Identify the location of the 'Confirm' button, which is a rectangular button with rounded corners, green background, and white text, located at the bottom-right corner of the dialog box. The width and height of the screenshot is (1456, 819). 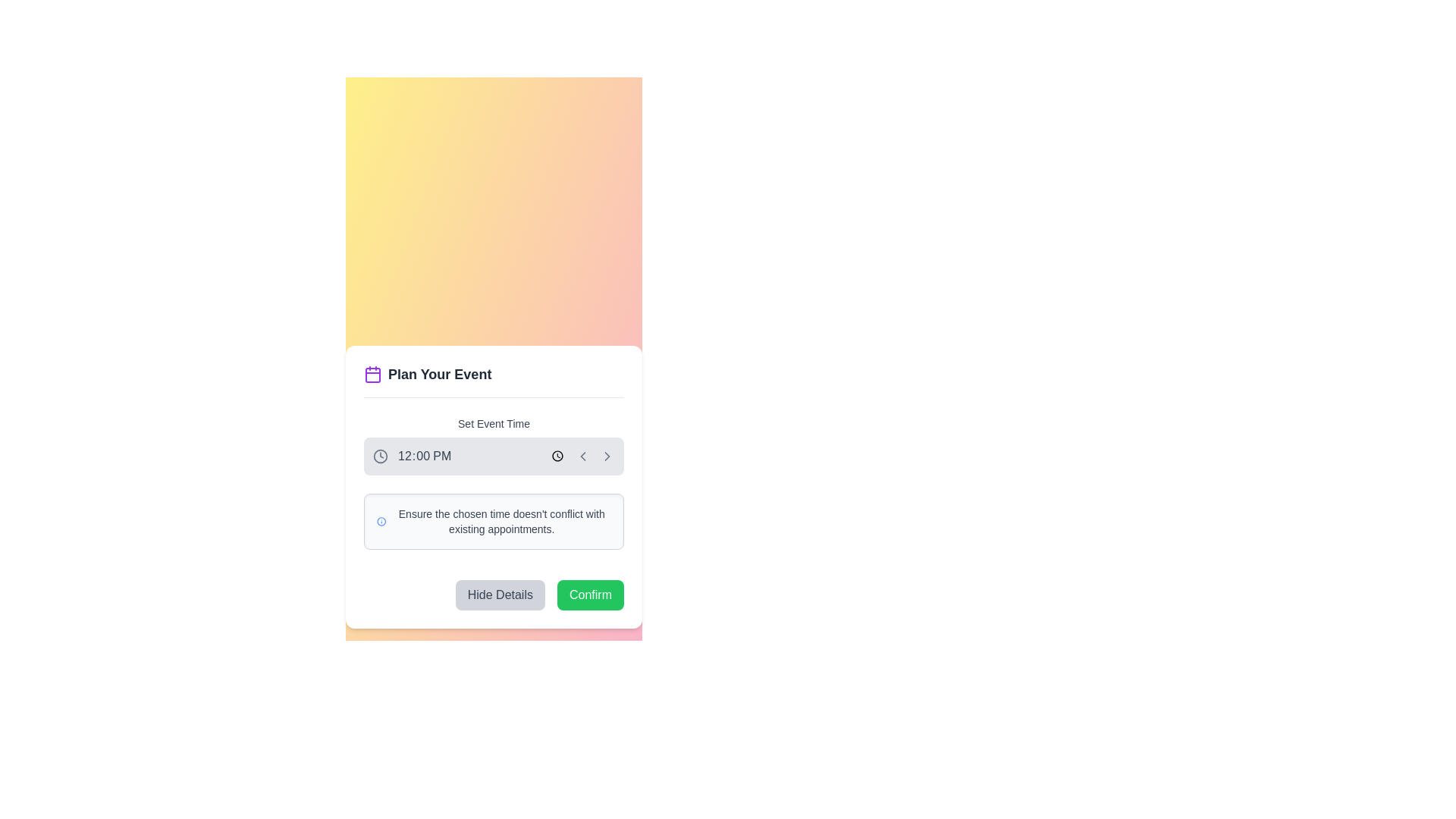
(589, 594).